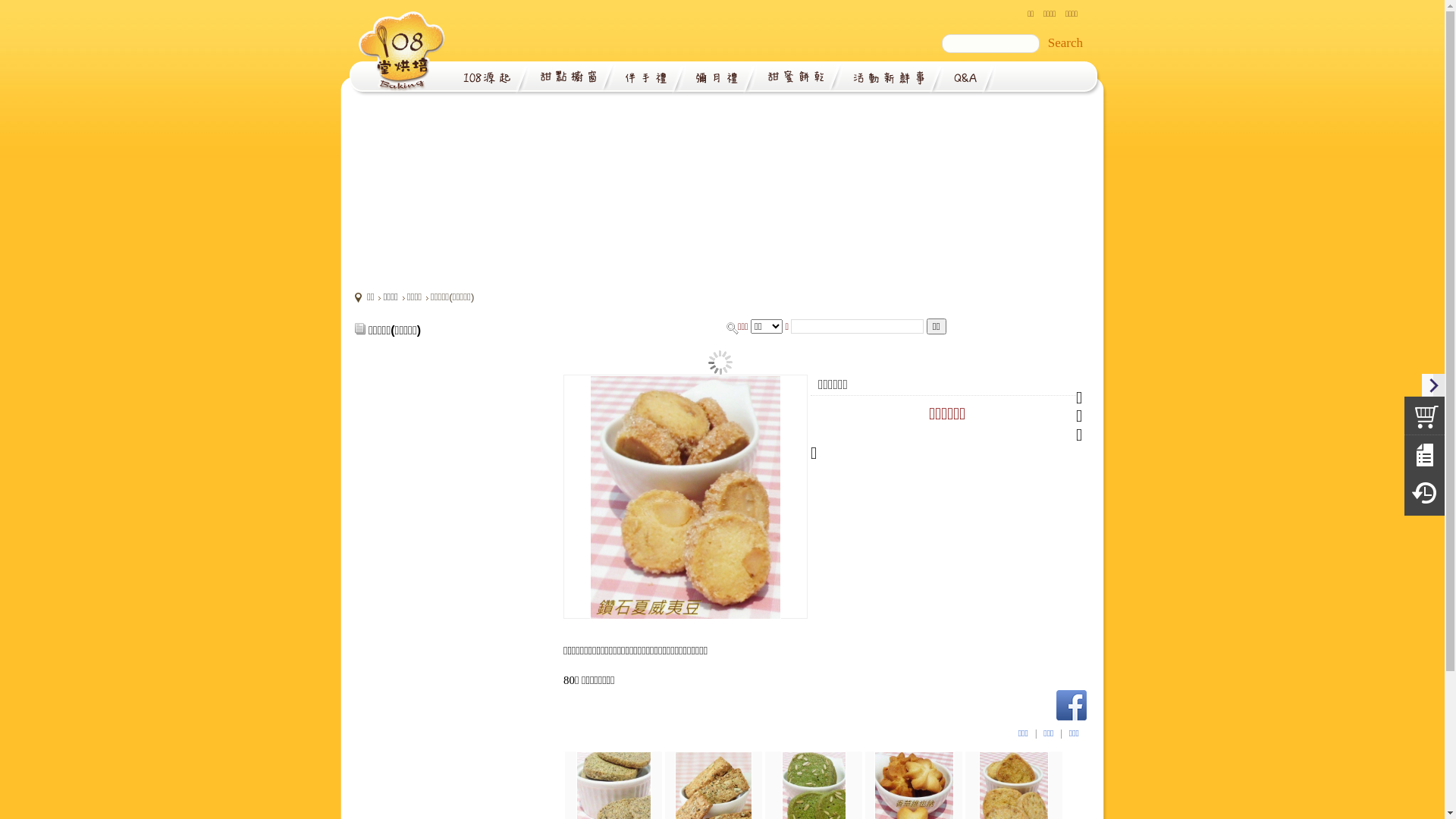  I want to click on 'Search', so click(1065, 42).